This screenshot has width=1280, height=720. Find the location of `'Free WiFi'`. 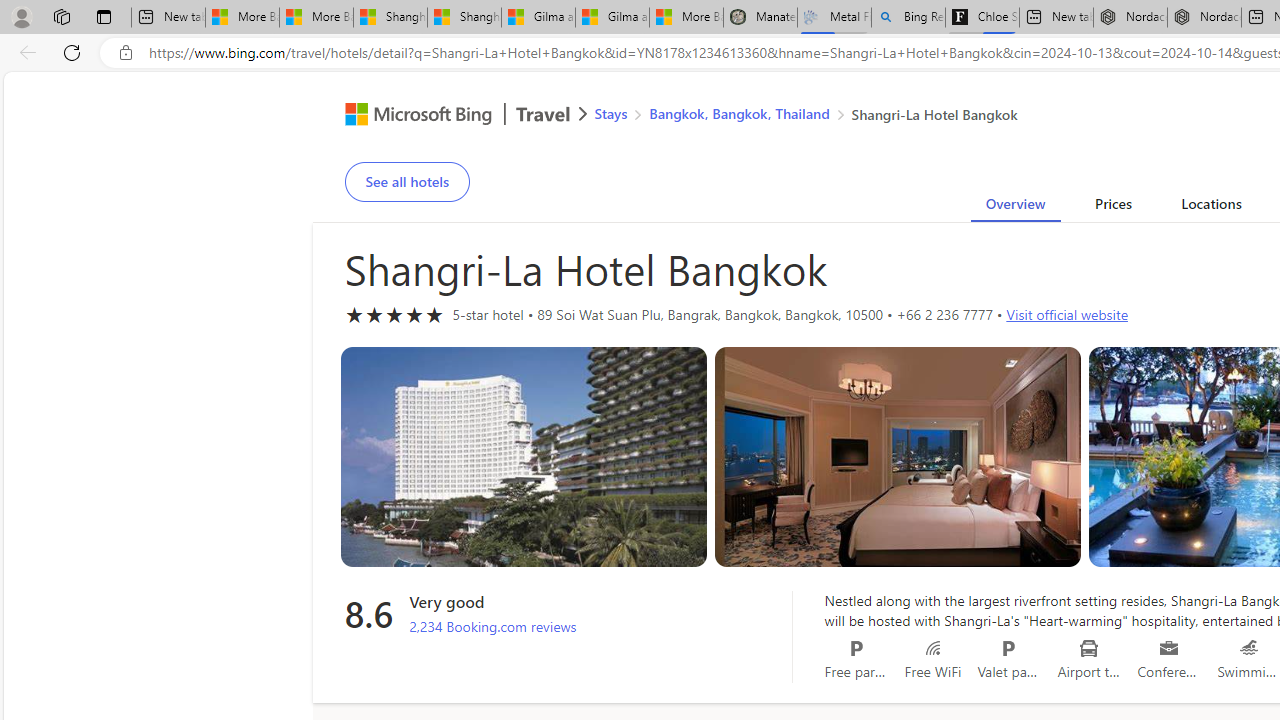

'Free WiFi' is located at coordinates (931, 648).